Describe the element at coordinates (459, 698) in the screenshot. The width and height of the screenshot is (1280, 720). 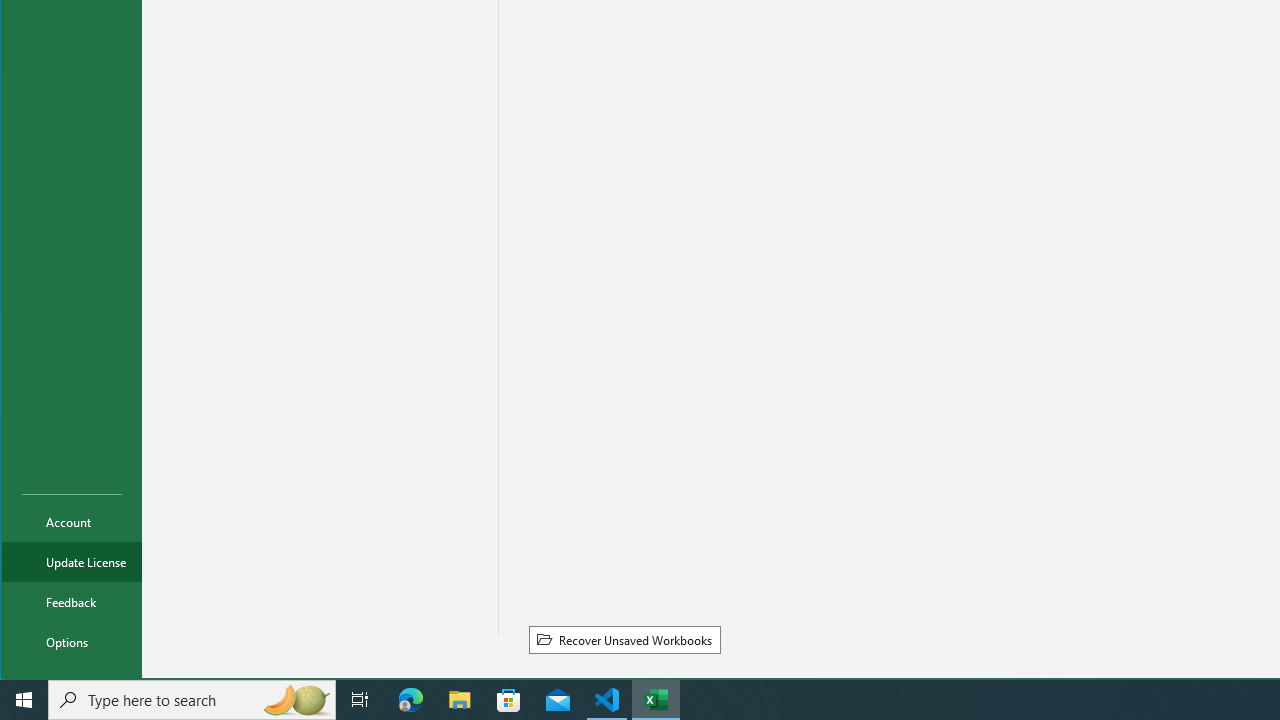
I see `'File Explorer'` at that location.